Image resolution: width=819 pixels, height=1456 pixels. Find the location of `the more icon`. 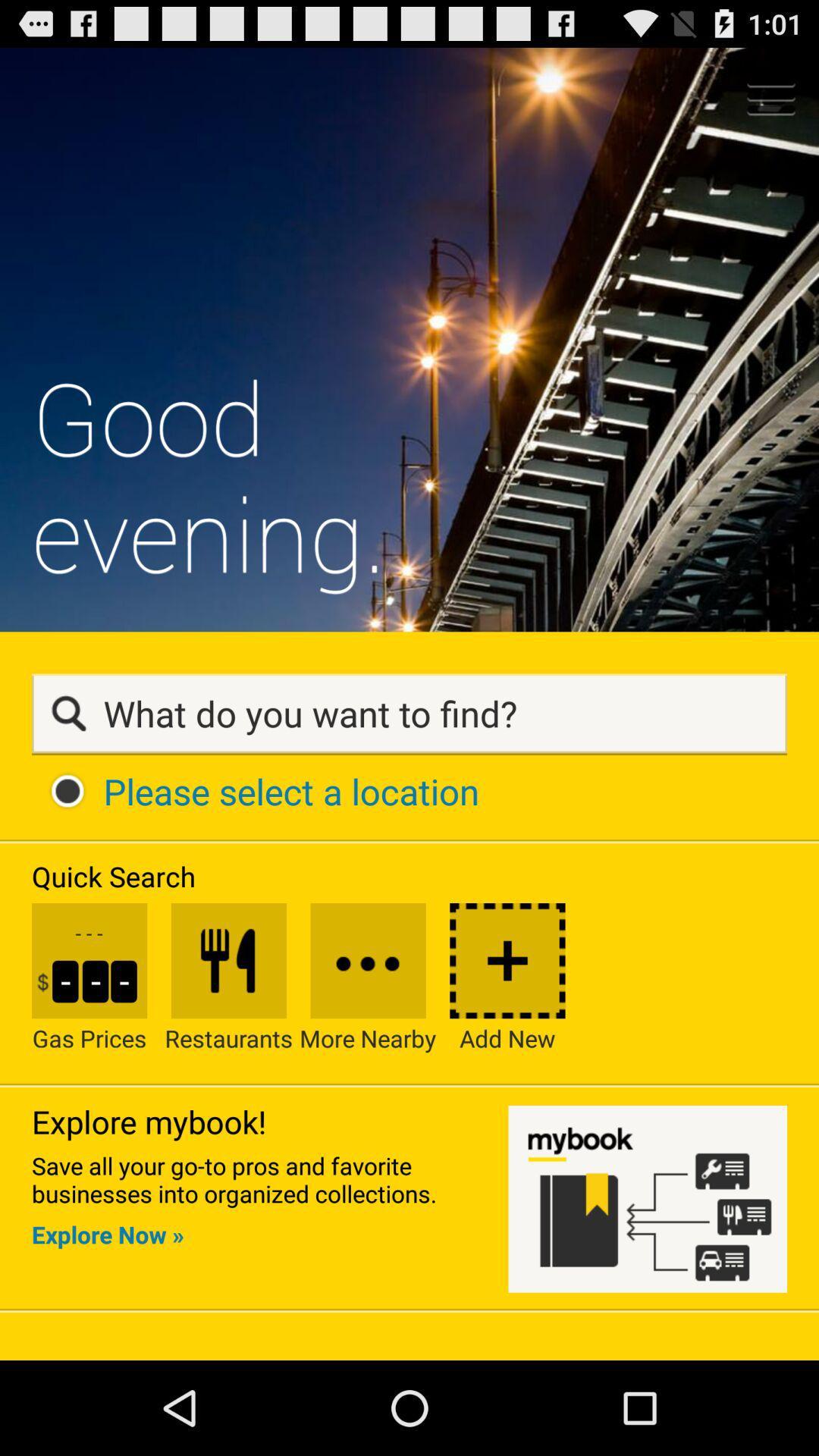

the more icon is located at coordinates (368, 1050).